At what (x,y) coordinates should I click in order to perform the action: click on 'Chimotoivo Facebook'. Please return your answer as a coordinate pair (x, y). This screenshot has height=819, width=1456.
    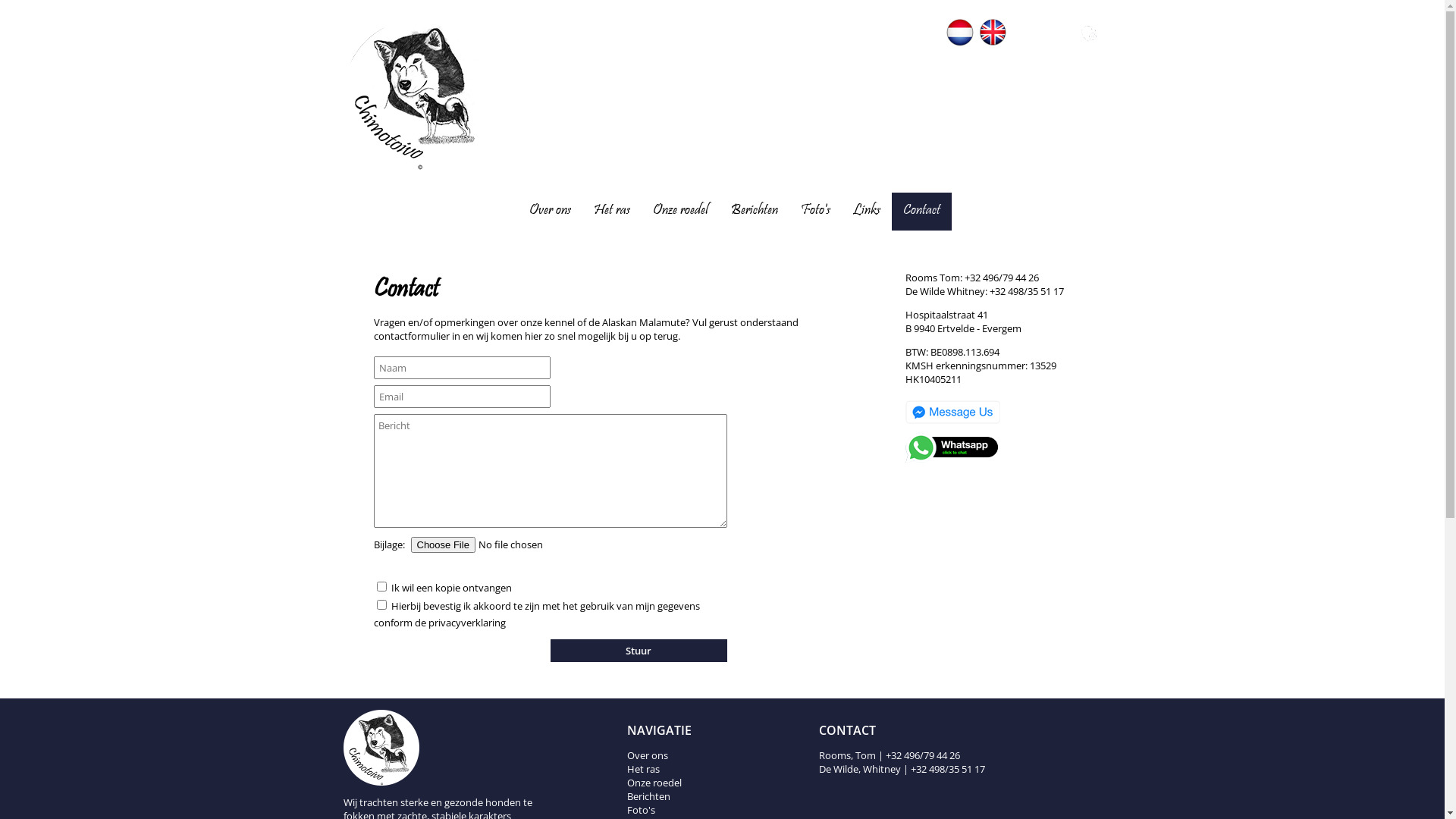
    Looking at the image, I should click on (1024, 42).